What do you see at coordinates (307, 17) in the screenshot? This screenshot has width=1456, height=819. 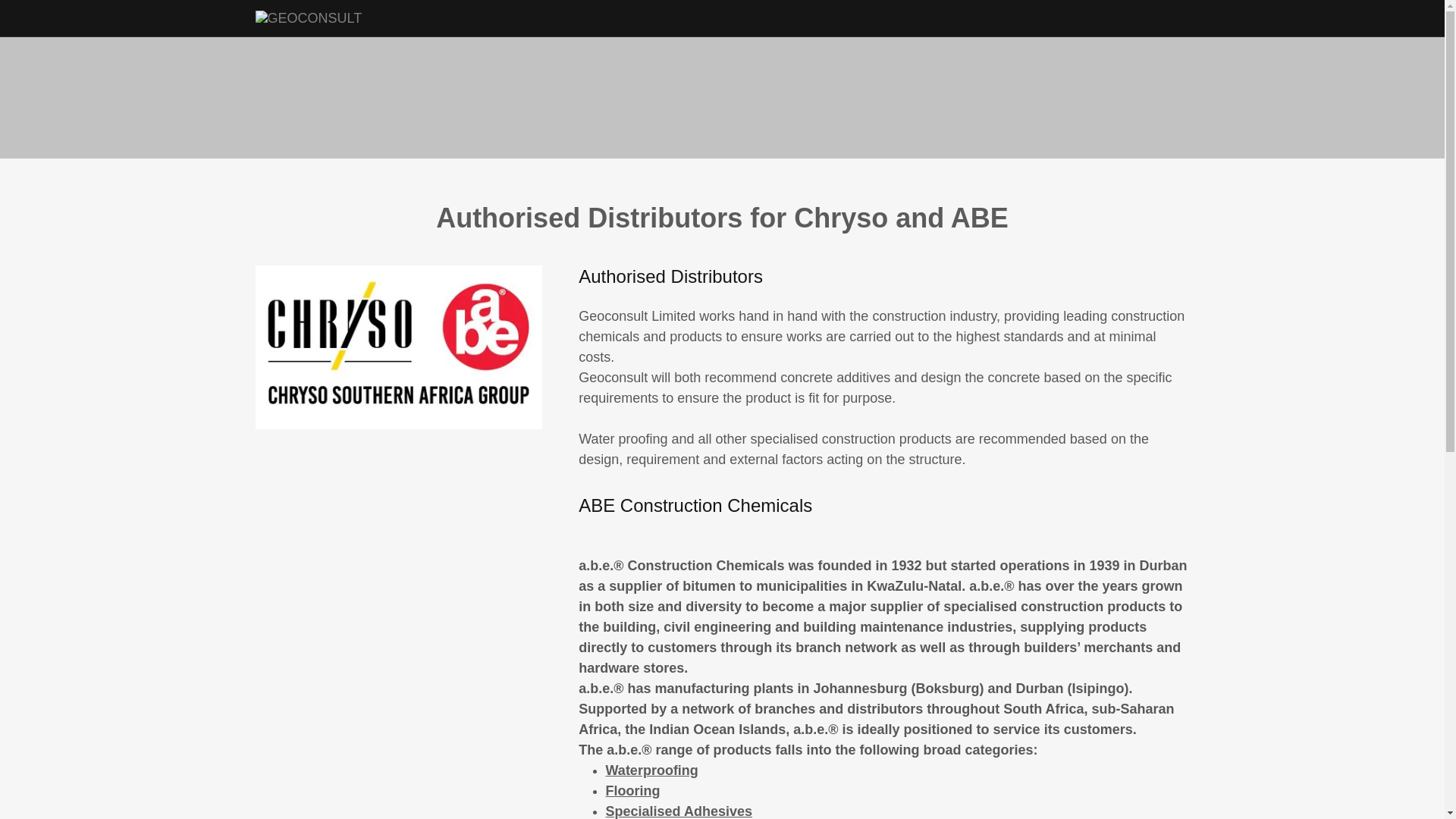 I see `'GEOCONSULT'` at bounding box center [307, 17].